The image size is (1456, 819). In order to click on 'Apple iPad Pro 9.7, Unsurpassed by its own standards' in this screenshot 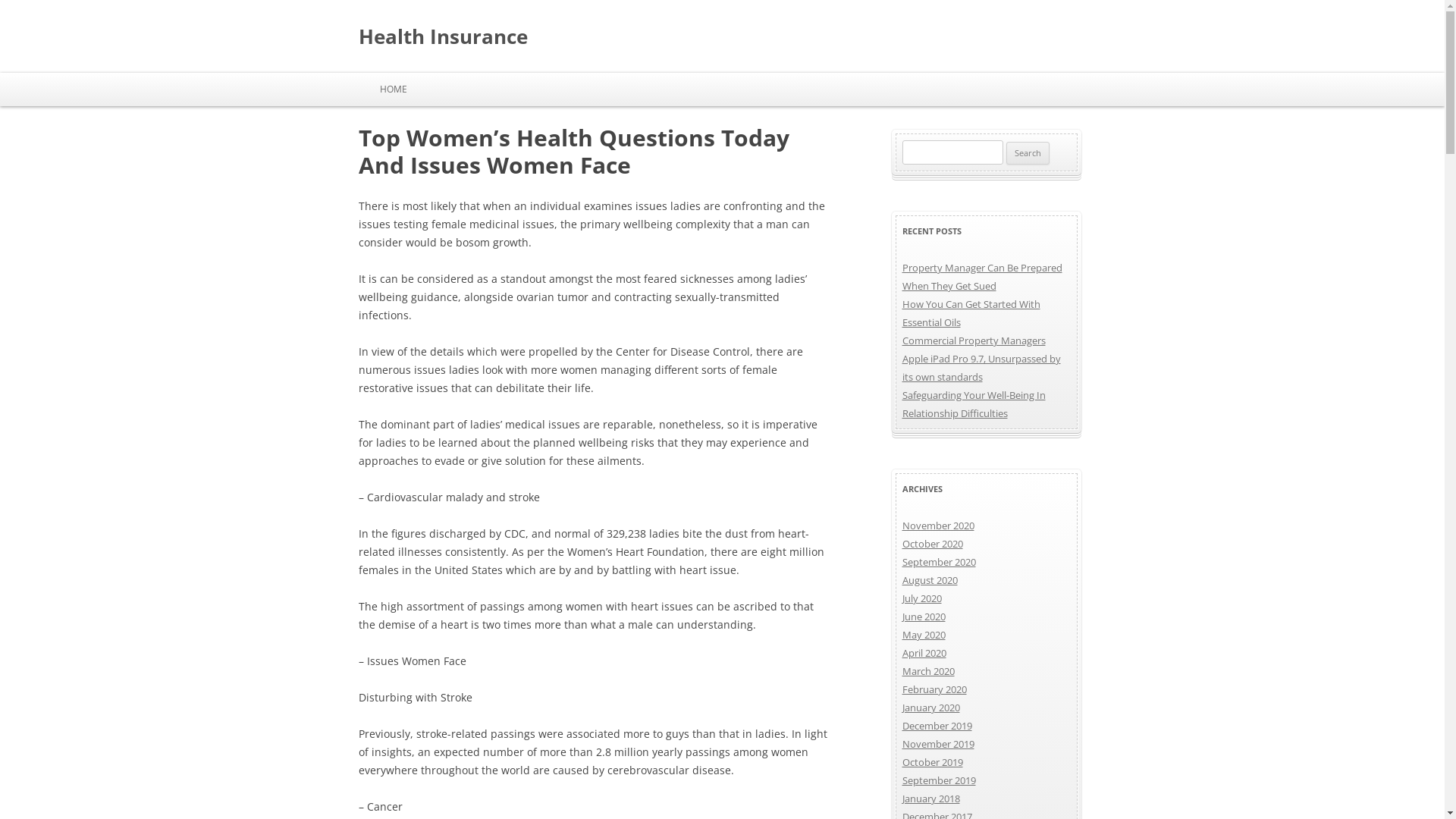, I will do `click(981, 368)`.